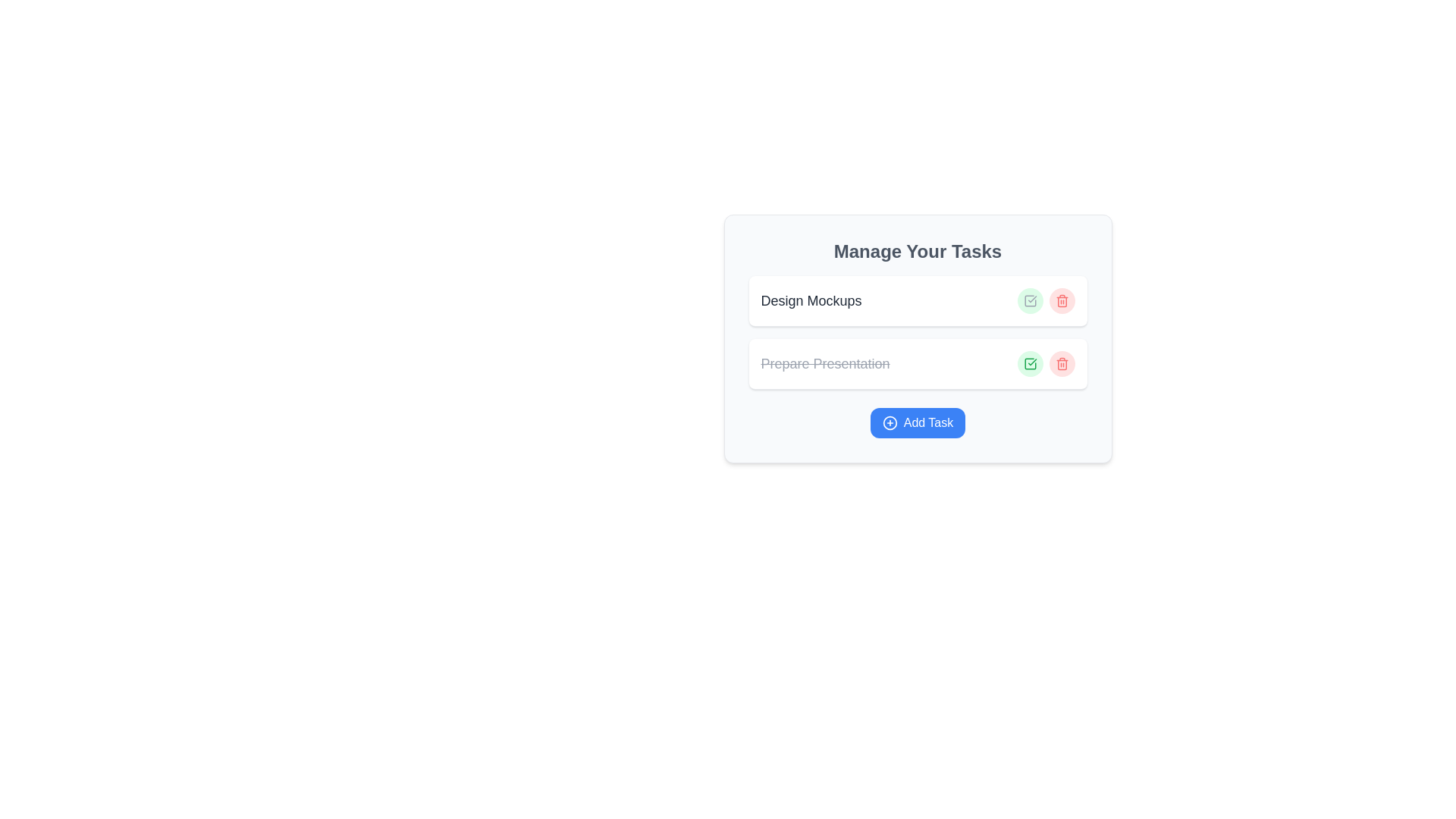  I want to click on the circular SVG element representing a plus sign, located in the bottom center of the task management panel, just above the 'Add Task' button, so click(890, 423).